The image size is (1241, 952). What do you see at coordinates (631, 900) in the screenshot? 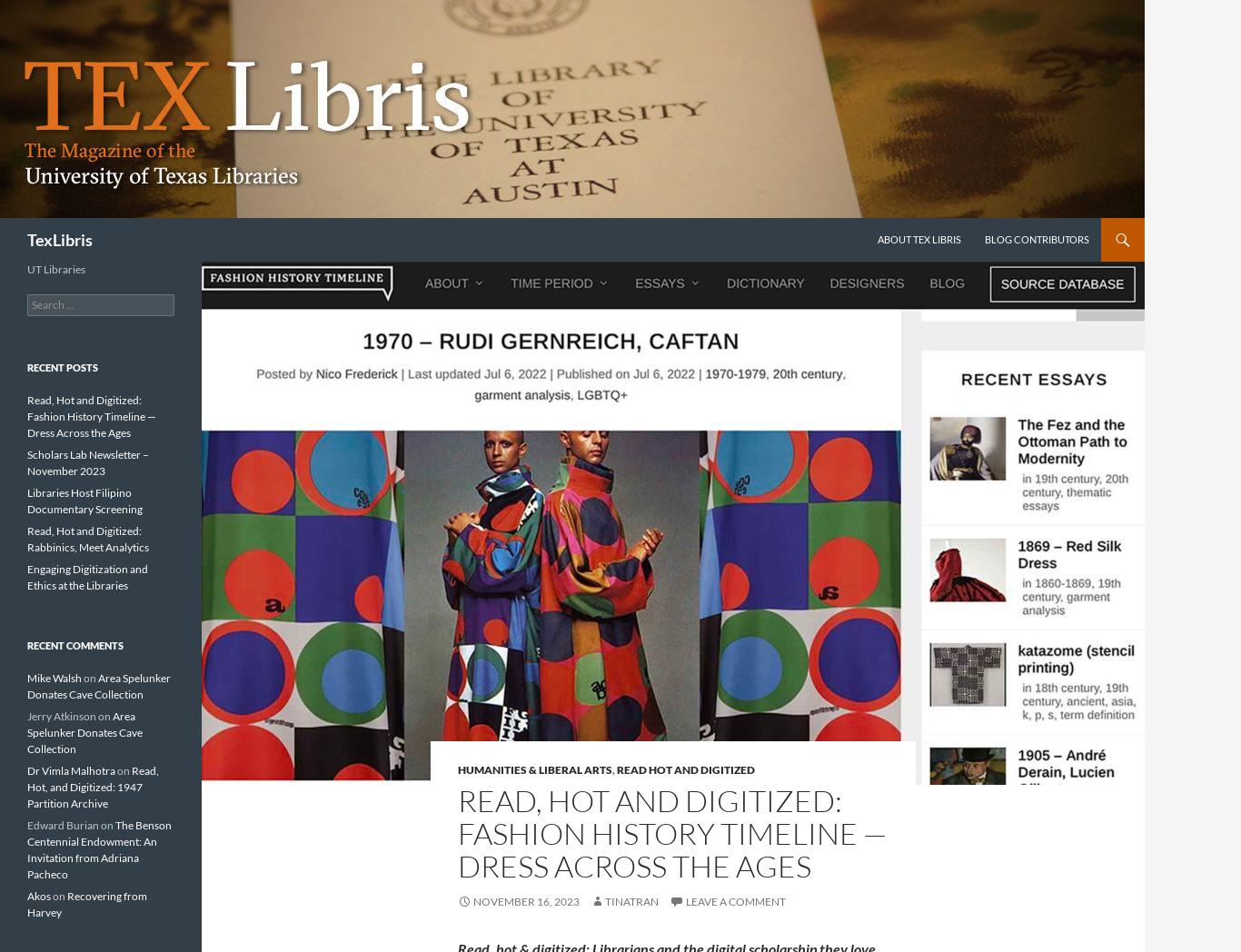
I see `'tinatran'` at bounding box center [631, 900].